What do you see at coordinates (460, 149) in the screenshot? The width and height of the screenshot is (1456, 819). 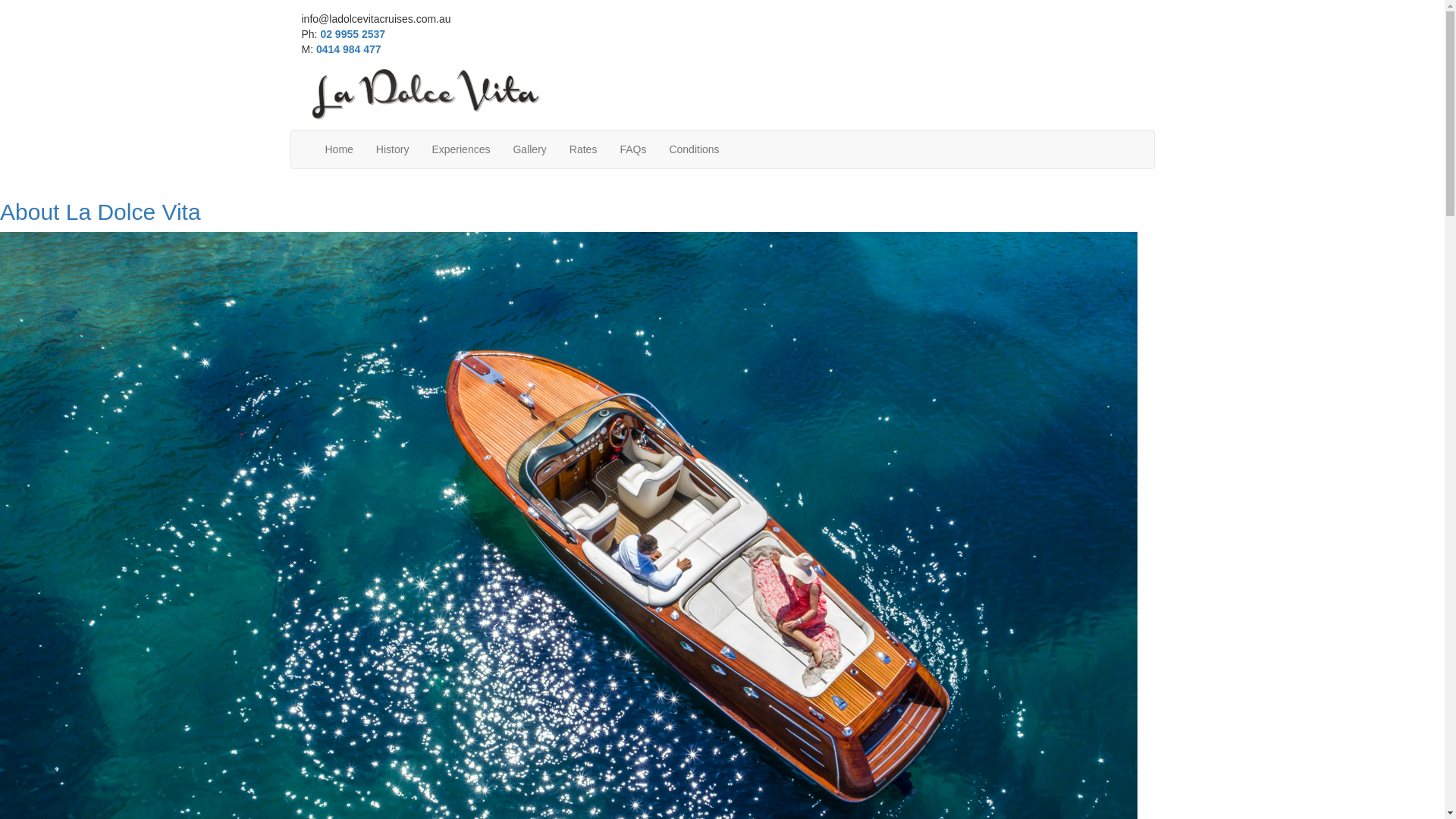 I see `'Experiences'` at bounding box center [460, 149].